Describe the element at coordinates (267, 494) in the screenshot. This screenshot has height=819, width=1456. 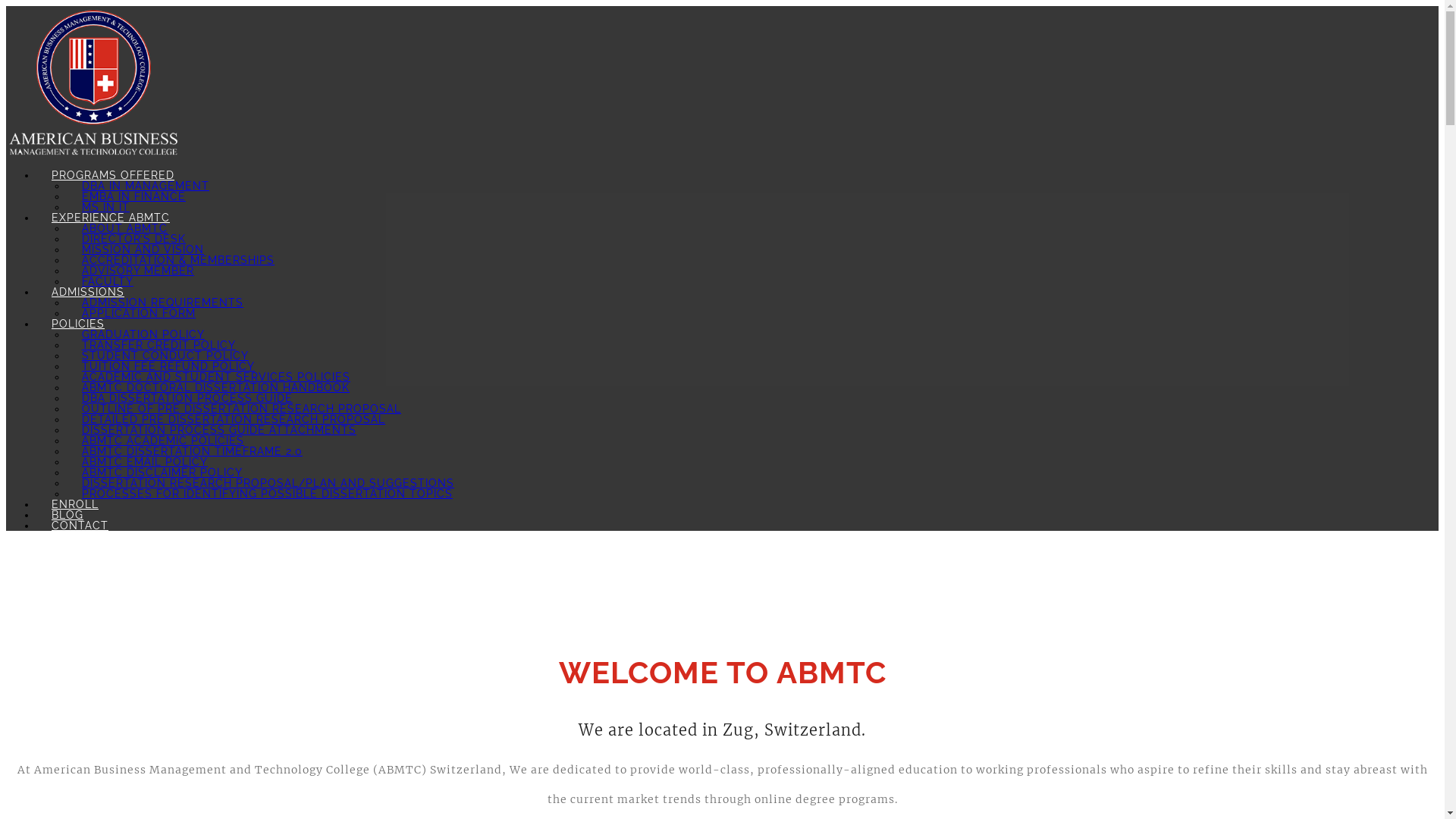
I see `'PROCESSES FOR IDENTIFYING POSSIBLE DISSERTATION TOPICS'` at that location.